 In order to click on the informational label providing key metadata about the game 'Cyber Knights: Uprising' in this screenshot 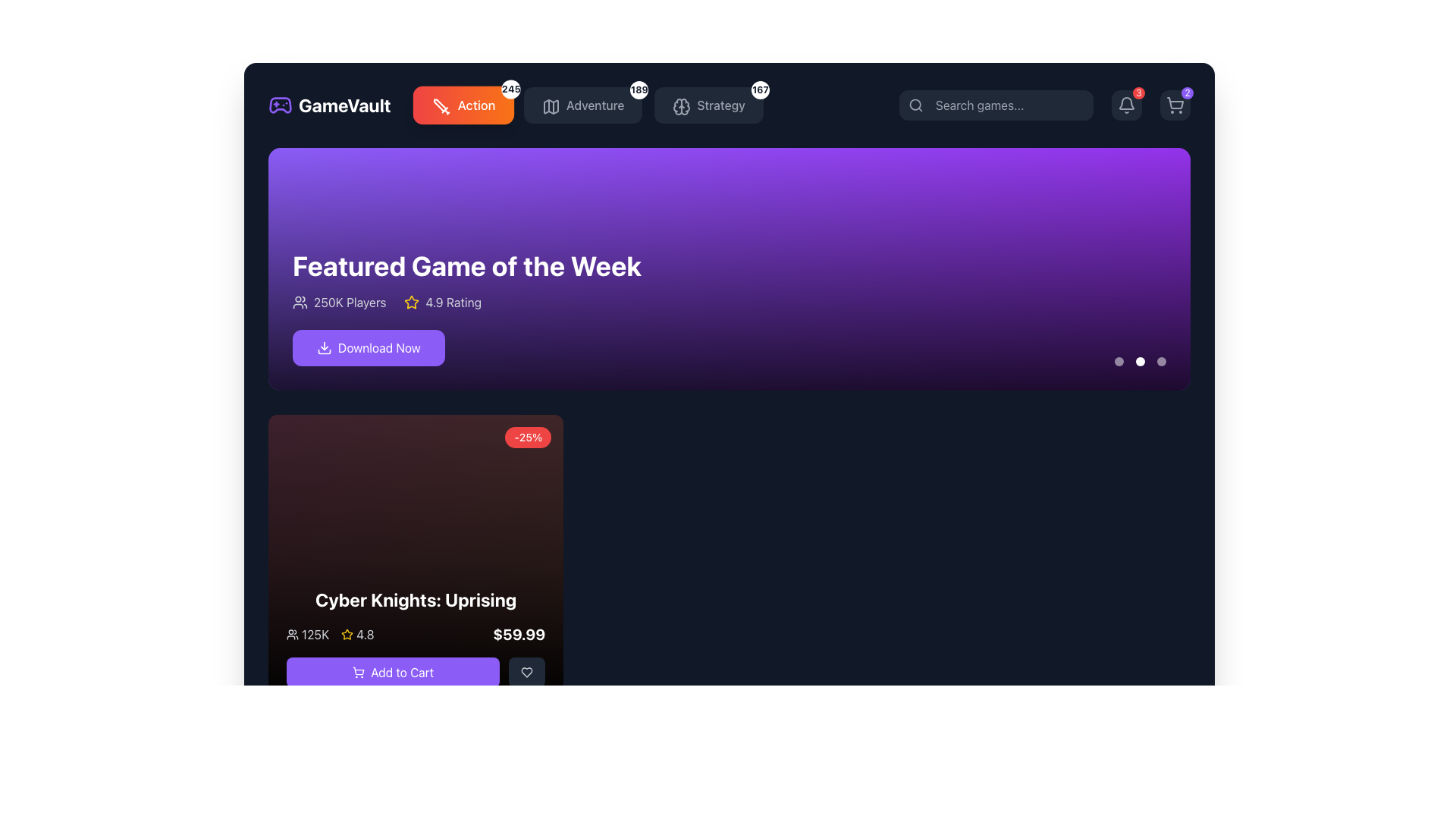, I will do `click(416, 635)`.